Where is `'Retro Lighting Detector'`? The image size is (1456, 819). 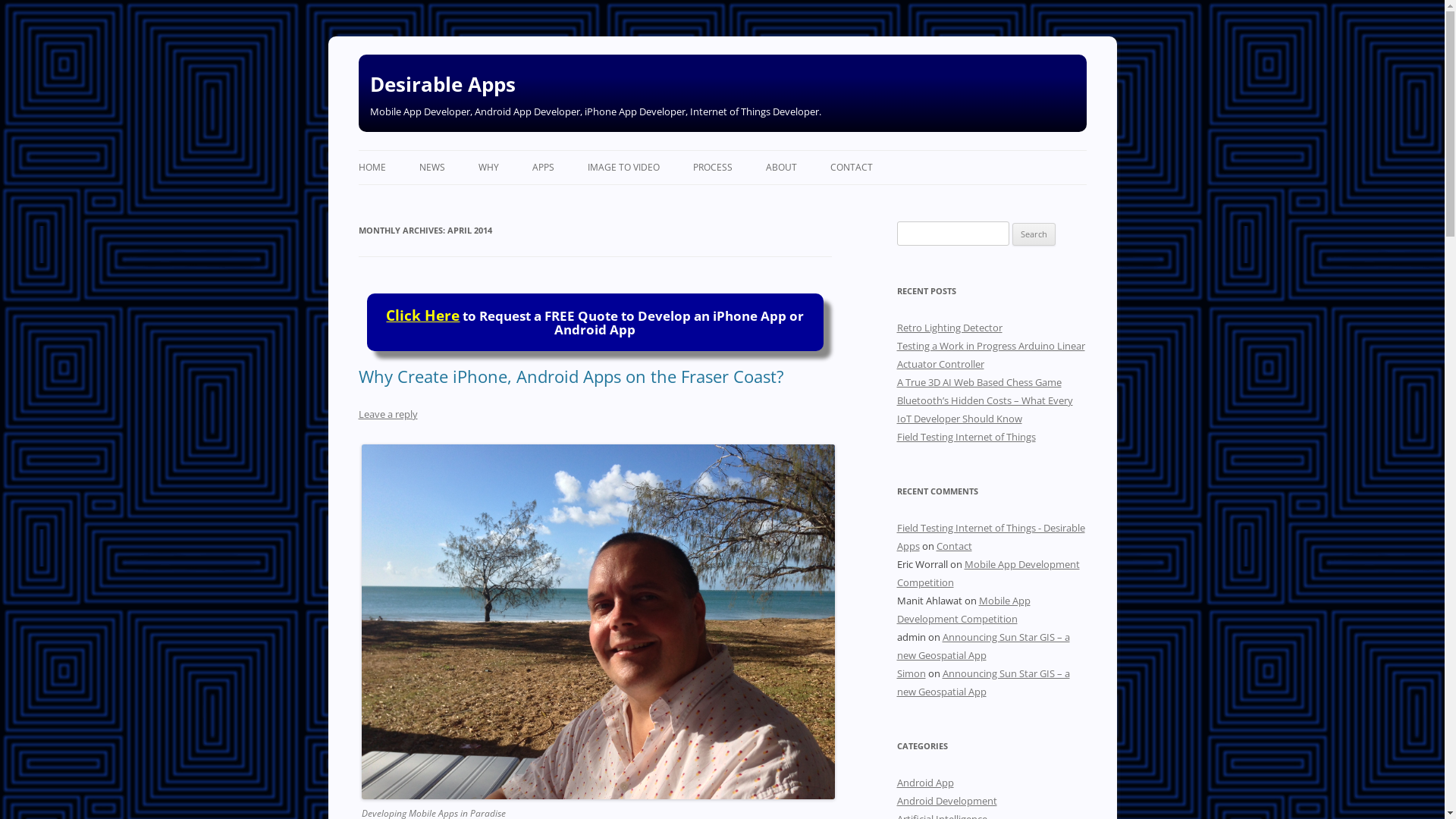
'Retro Lighting Detector' is located at coordinates (948, 327).